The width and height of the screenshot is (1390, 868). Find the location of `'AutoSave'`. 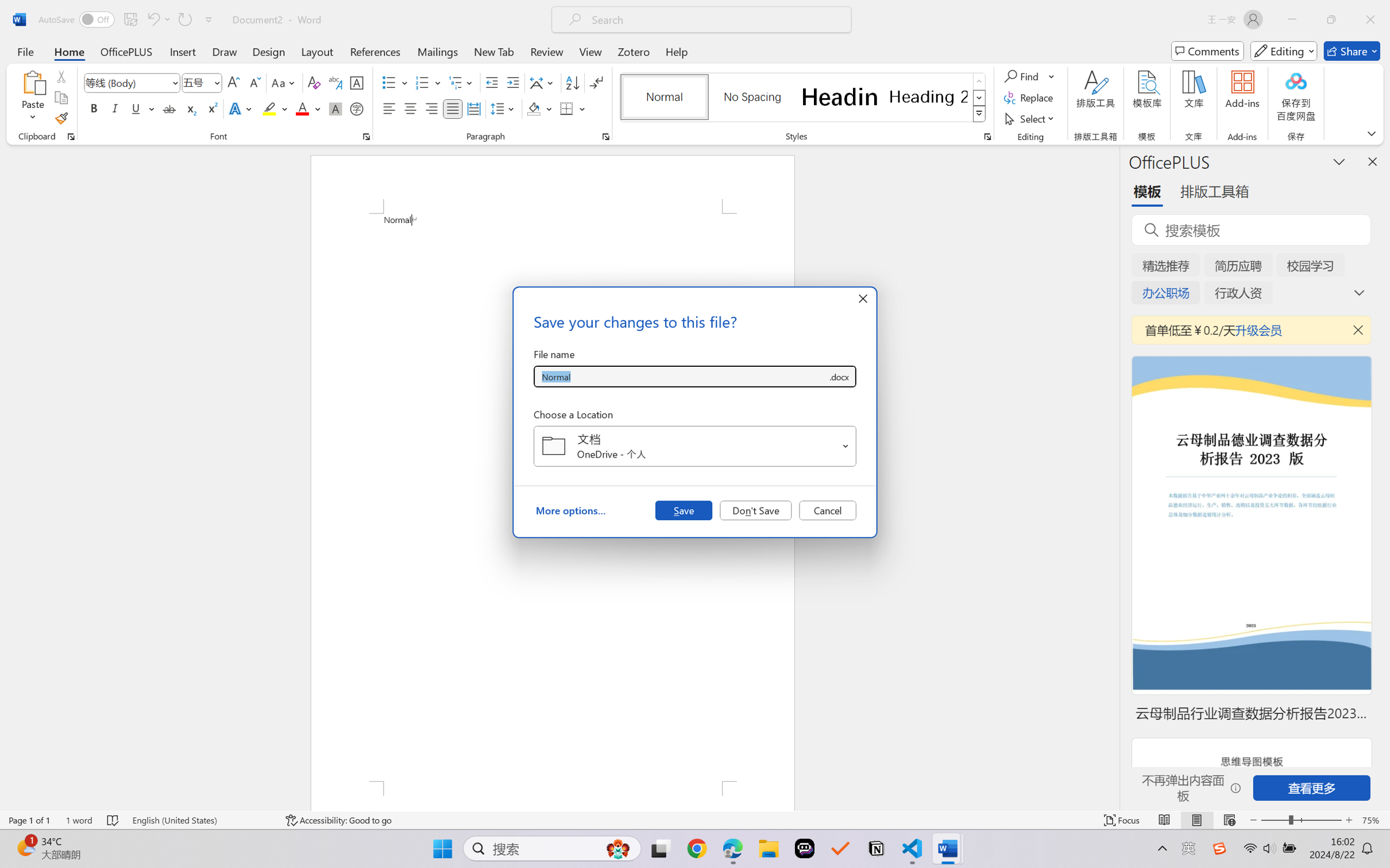

'AutoSave' is located at coordinates (76, 19).